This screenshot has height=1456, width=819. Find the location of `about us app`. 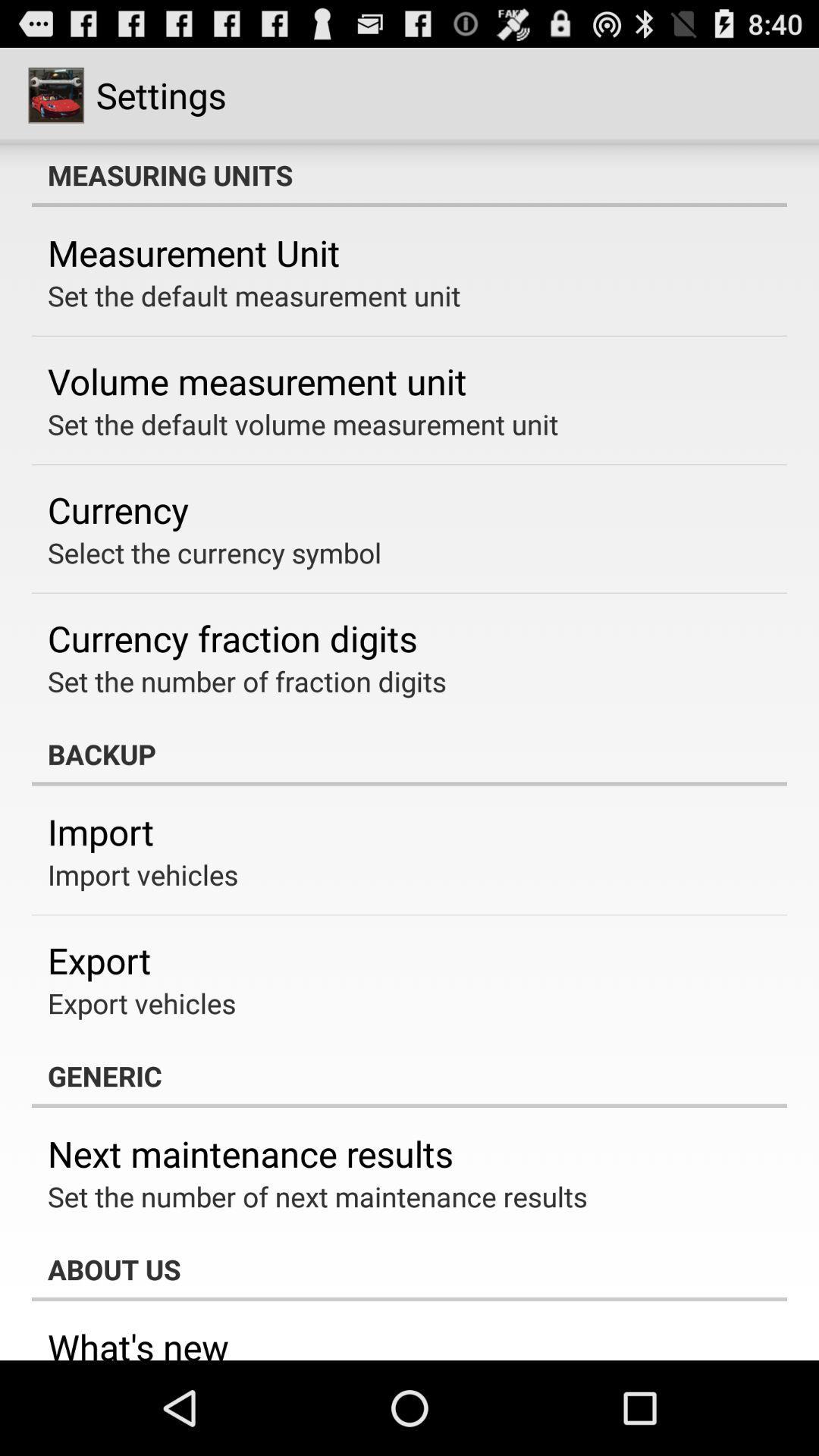

about us app is located at coordinates (409, 1269).